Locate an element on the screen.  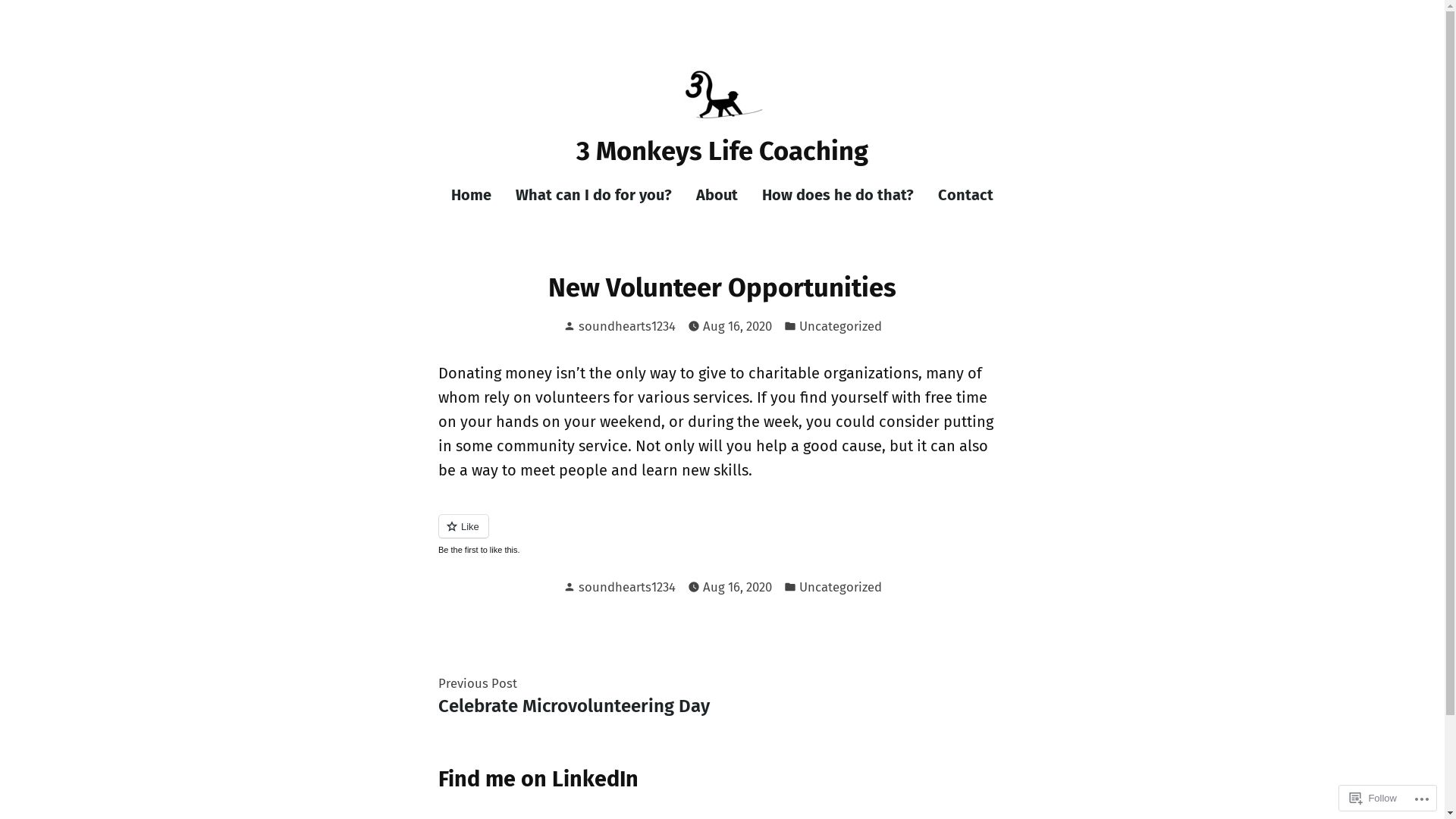
'Home' is located at coordinates (476, 194).